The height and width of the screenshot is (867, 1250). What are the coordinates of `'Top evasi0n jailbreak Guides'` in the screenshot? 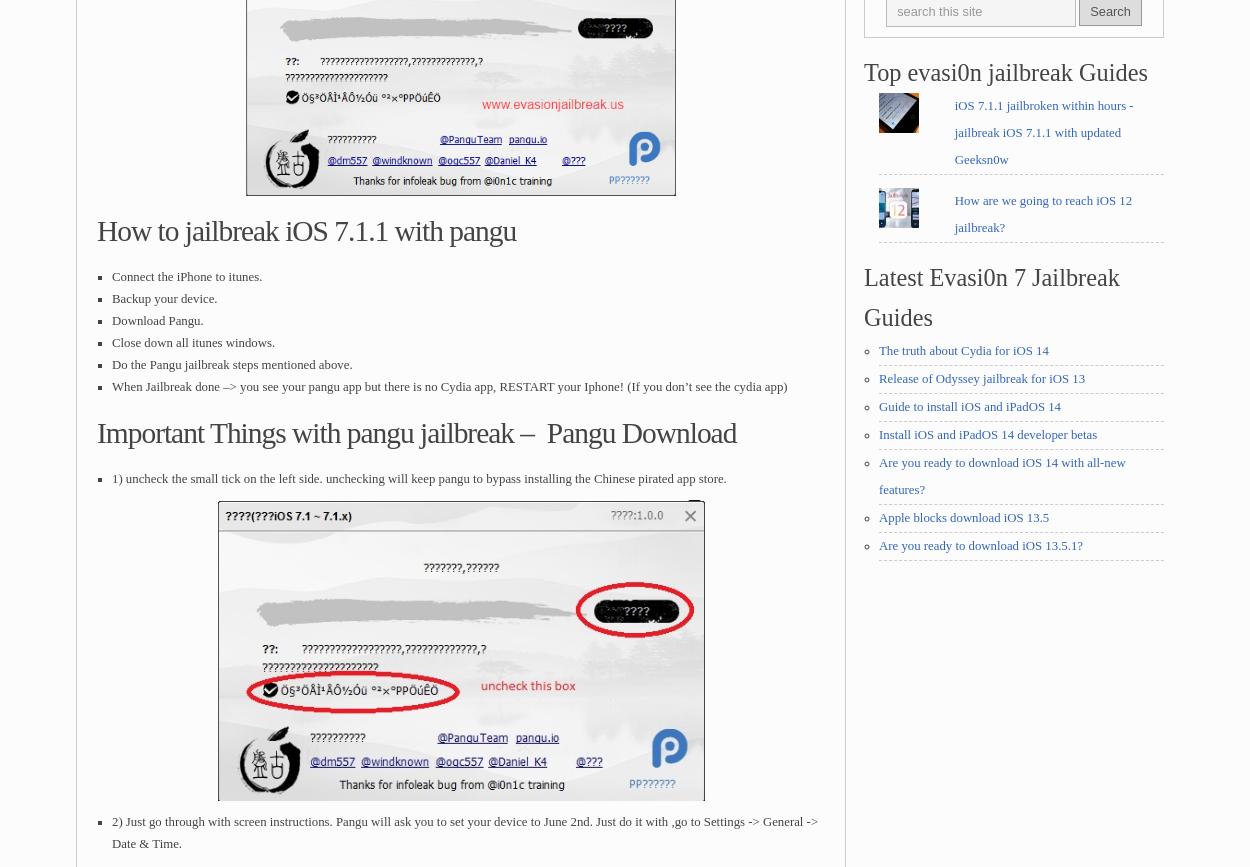 It's located at (1005, 72).